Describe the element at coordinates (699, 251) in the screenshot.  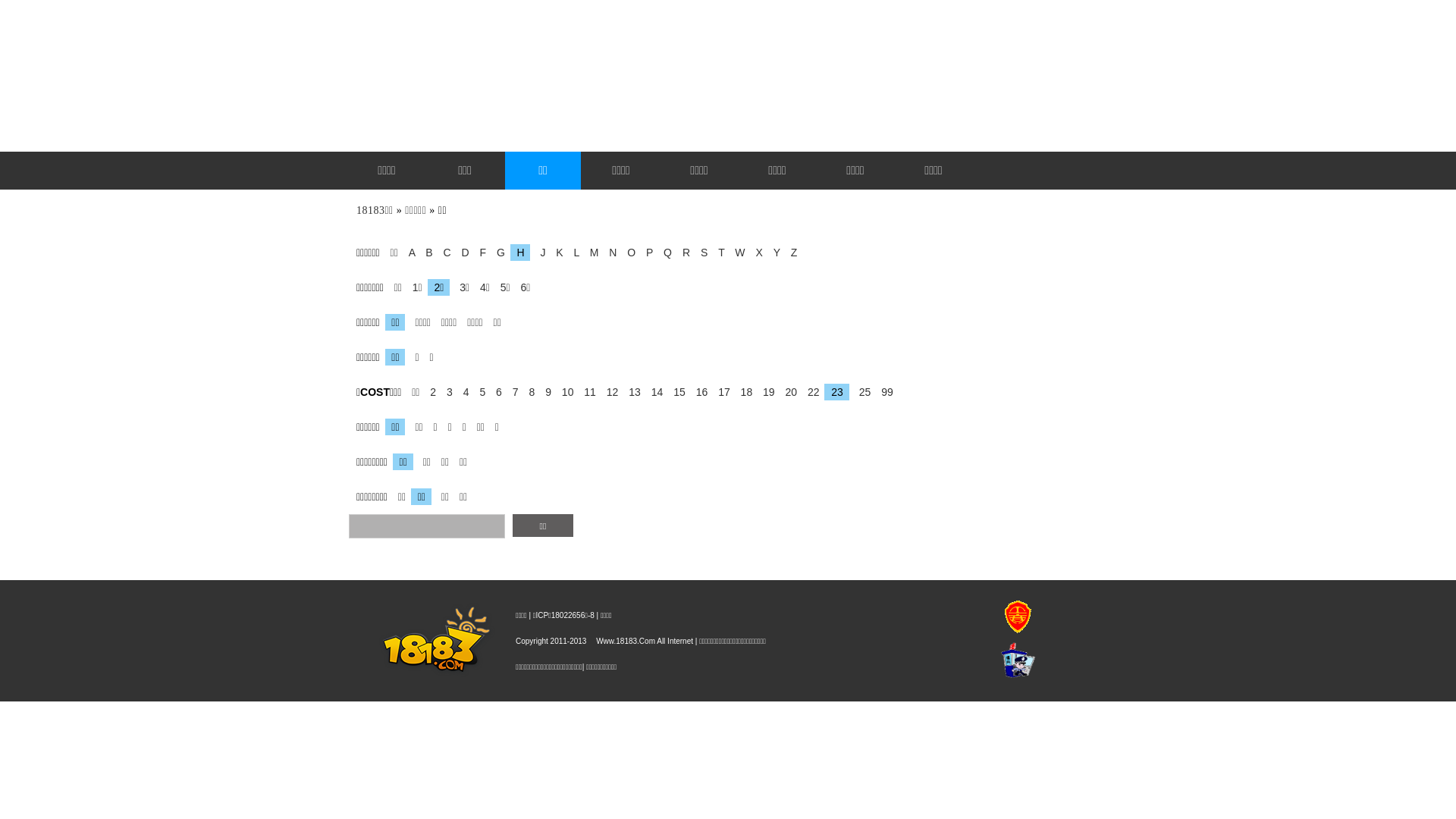
I see `'S'` at that location.